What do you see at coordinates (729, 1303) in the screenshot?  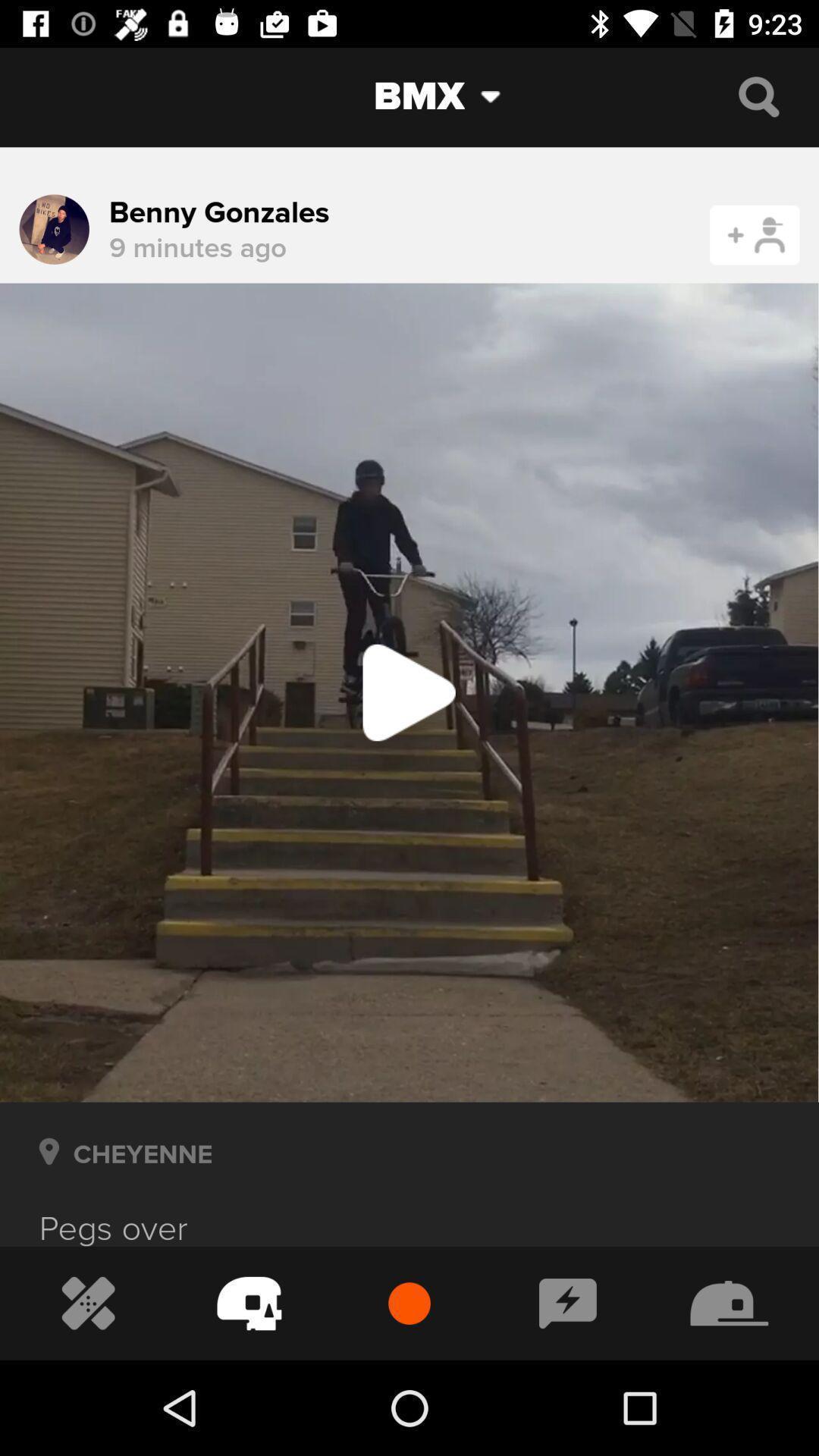 I see `the icon at the bottom right corner of the page` at bounding box center [729, 1303].